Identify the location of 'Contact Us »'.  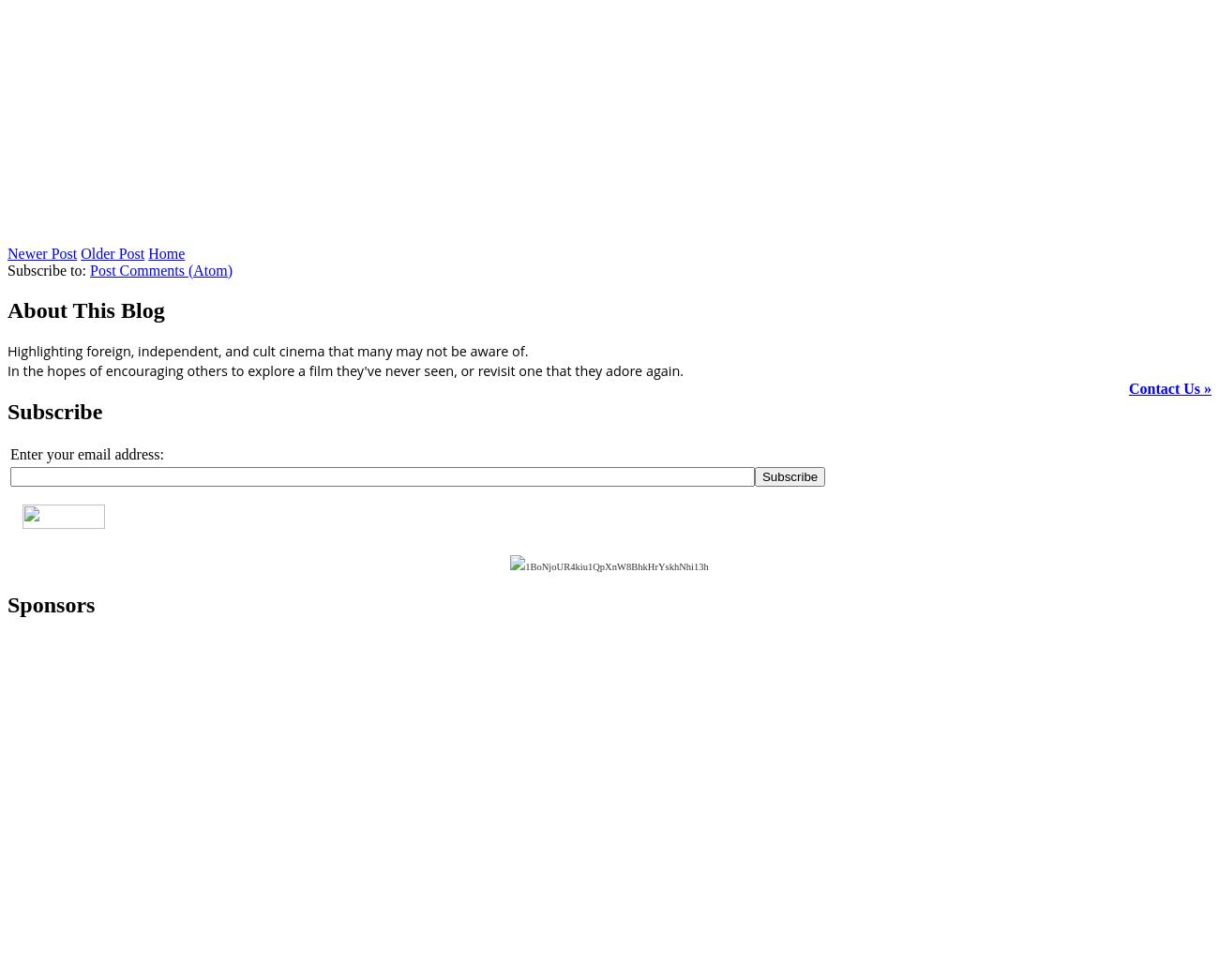
(1170, 388).